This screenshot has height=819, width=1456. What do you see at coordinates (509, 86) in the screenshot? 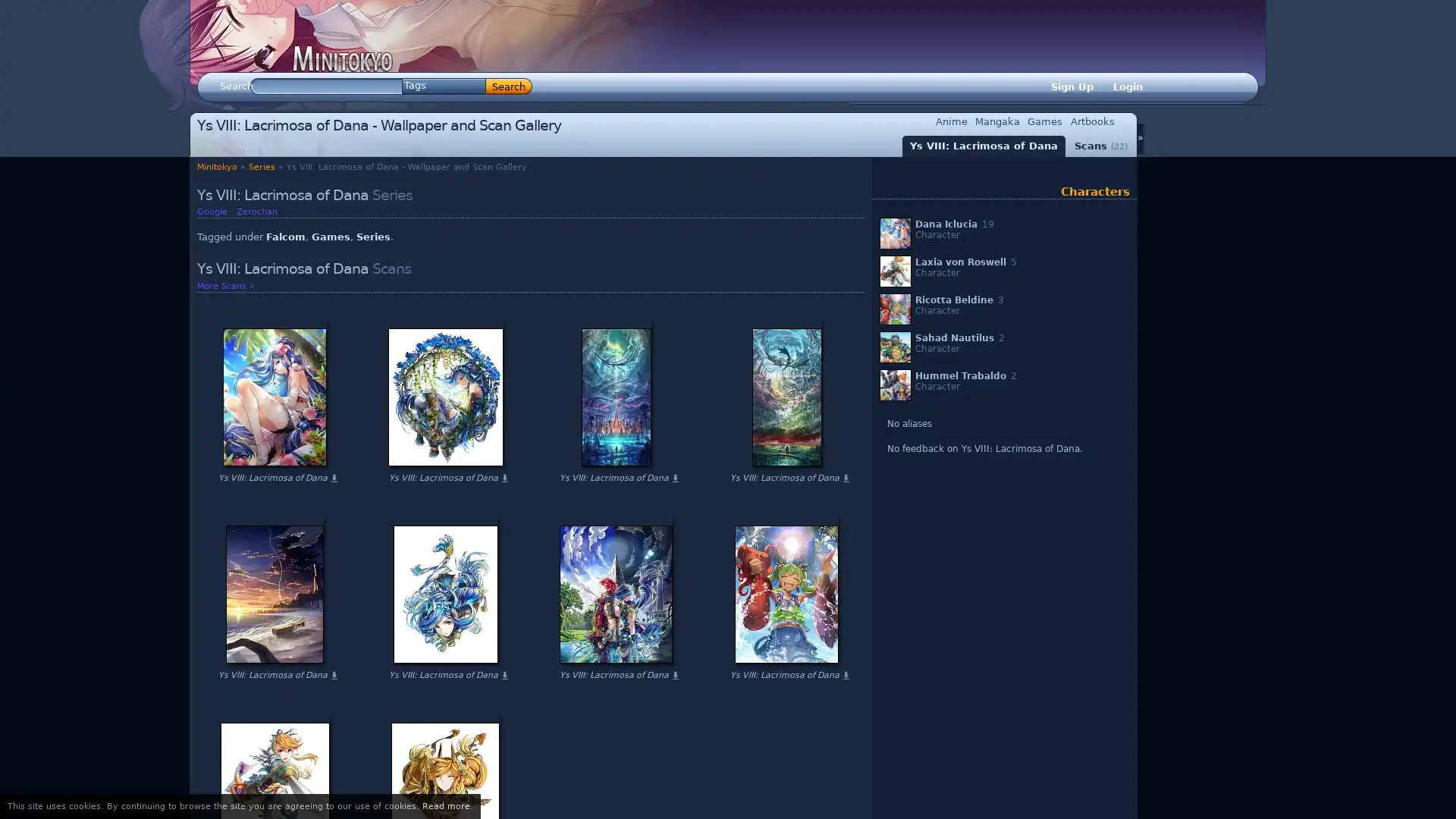
I see `Search` at bounding box center [509, 86].